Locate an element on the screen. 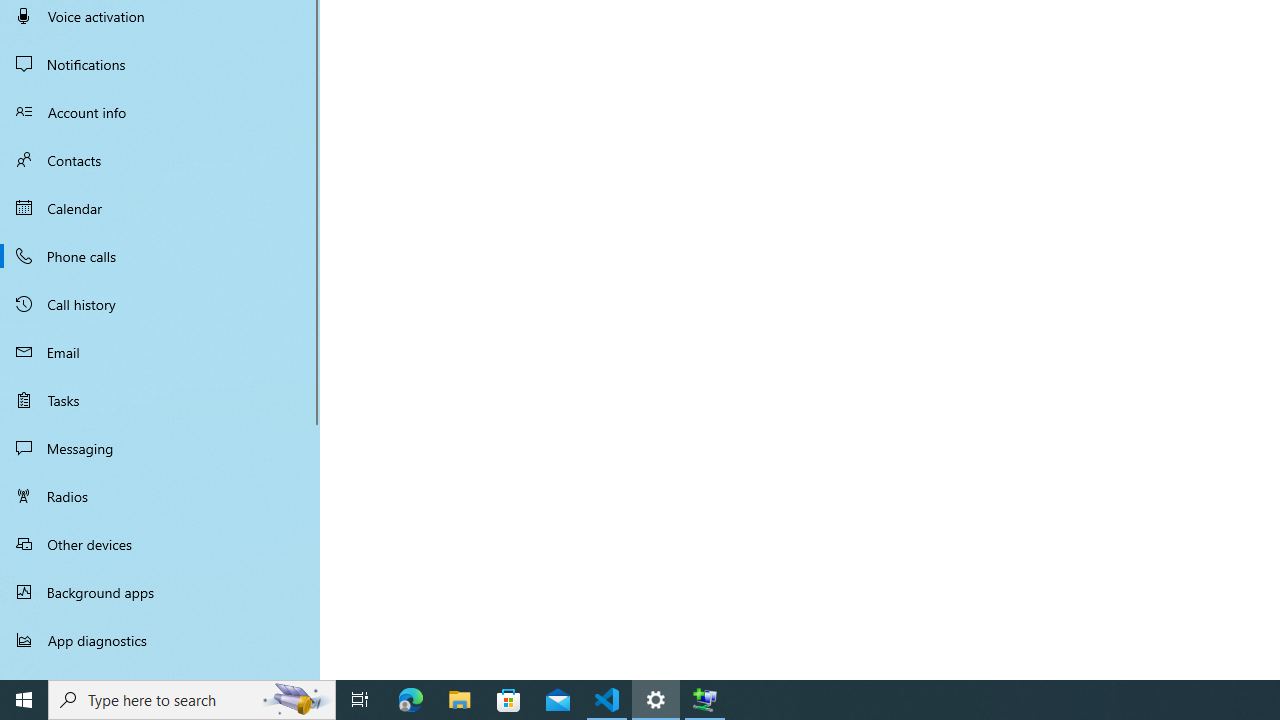  'Background apps' is located at coordinates (160, 591).